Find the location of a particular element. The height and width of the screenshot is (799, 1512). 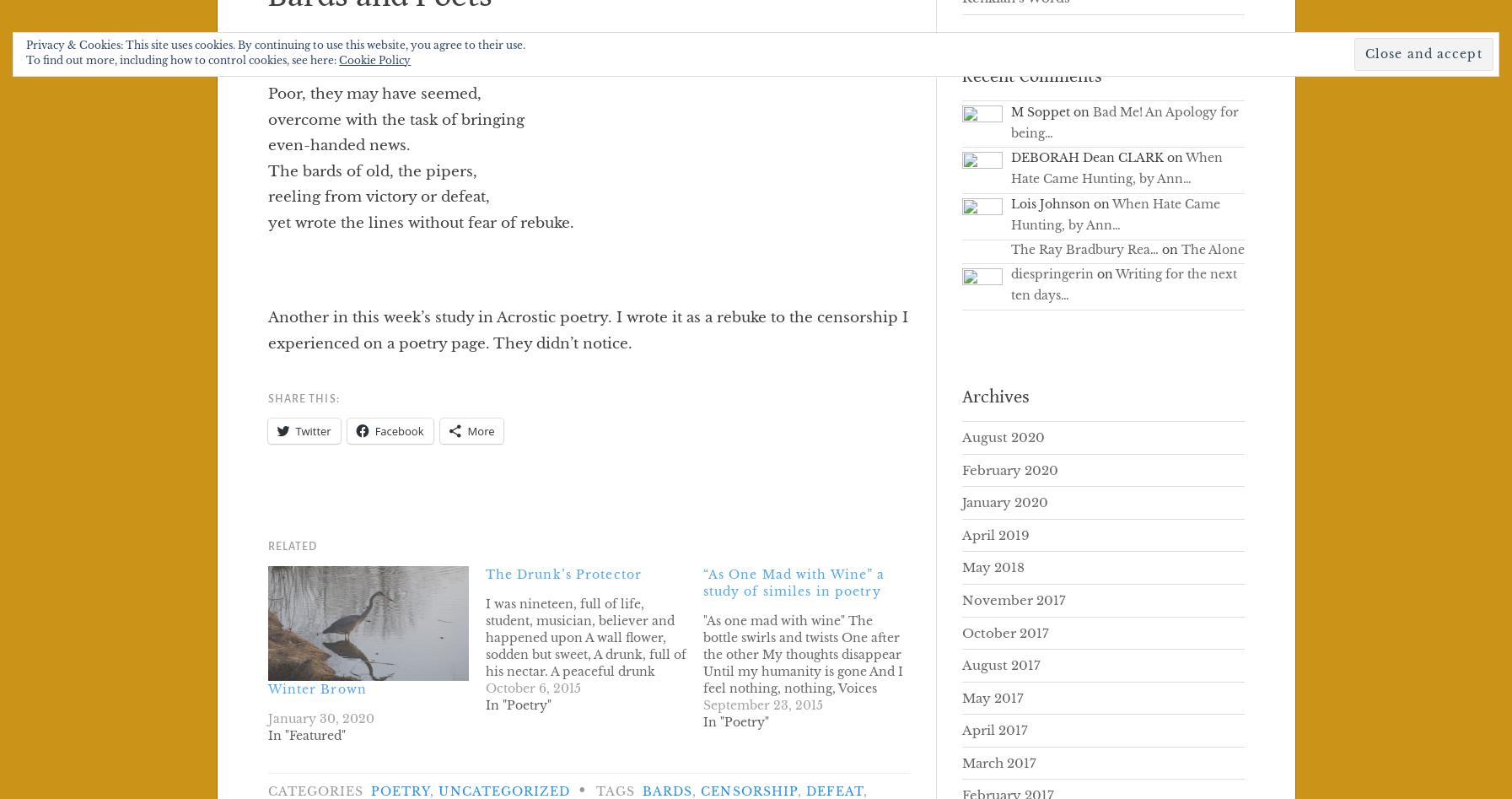

'Lois Johnson on' is located at coordinates (1060, 204).